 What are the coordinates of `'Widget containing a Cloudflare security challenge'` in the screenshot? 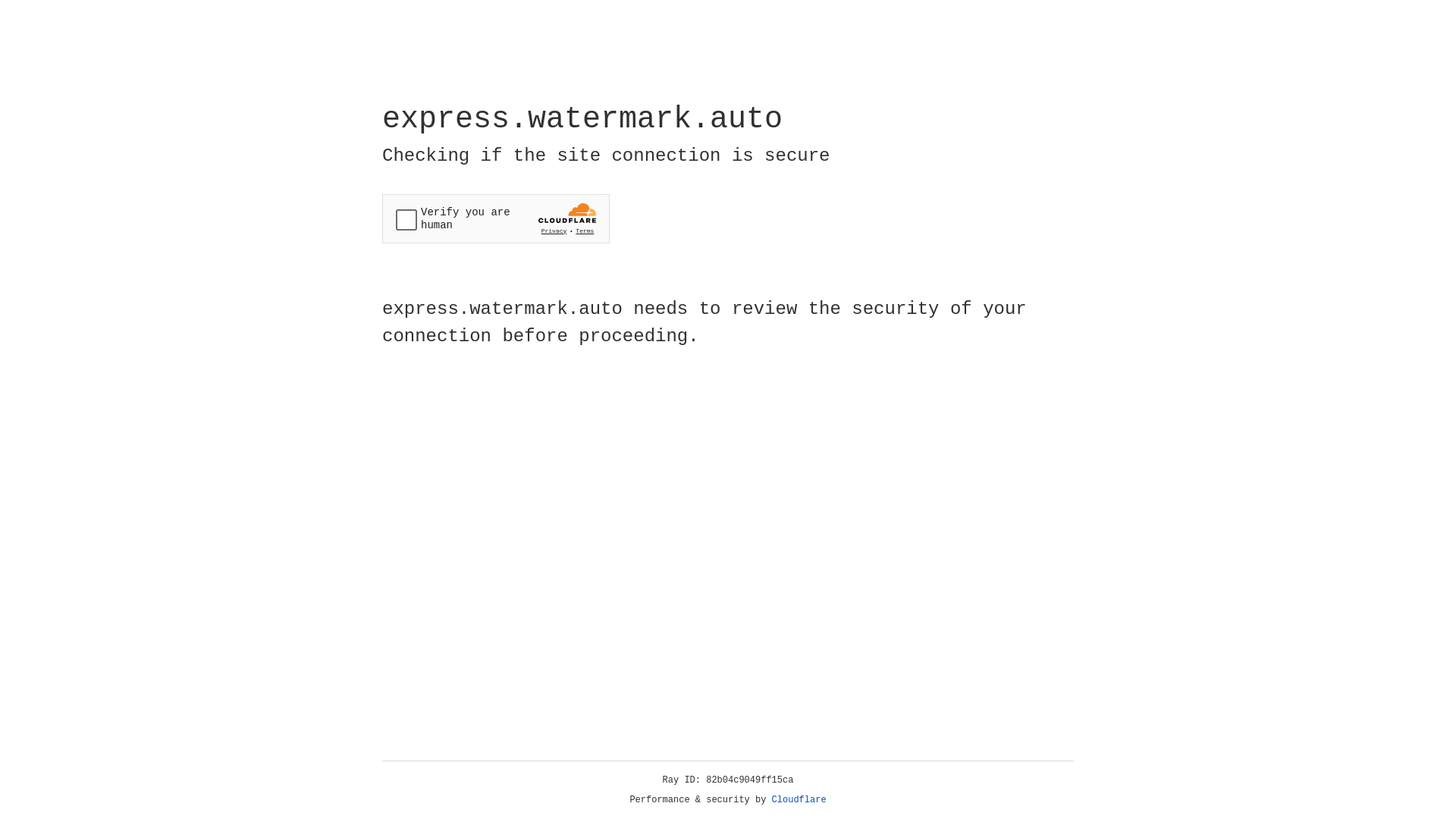 It's located at (495, 218).